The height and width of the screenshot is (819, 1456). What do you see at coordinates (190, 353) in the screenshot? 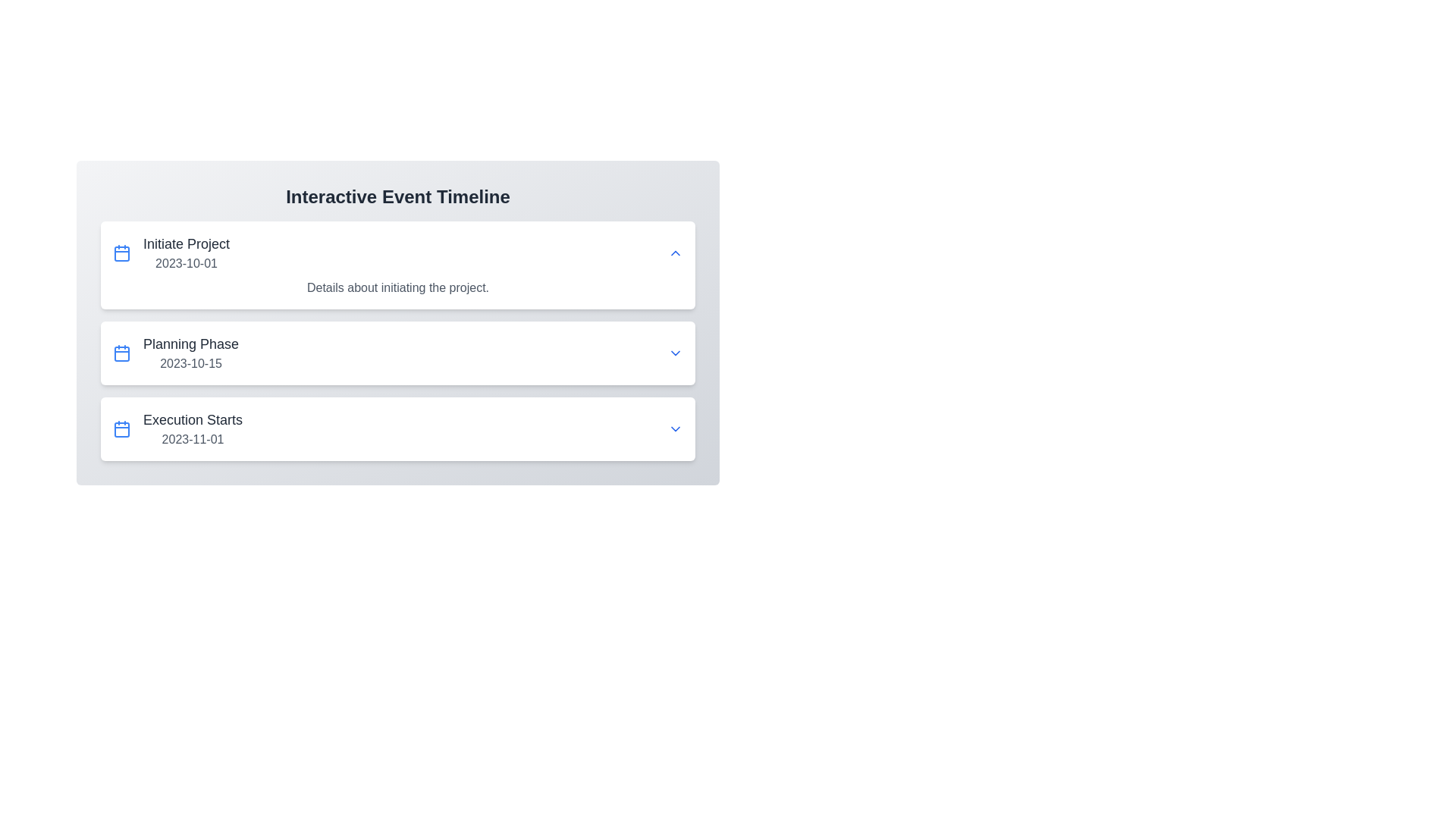
I see `the list item displaying 'Planning Phase' with the date '2023-10-15'` at bounding box center [190, 353].